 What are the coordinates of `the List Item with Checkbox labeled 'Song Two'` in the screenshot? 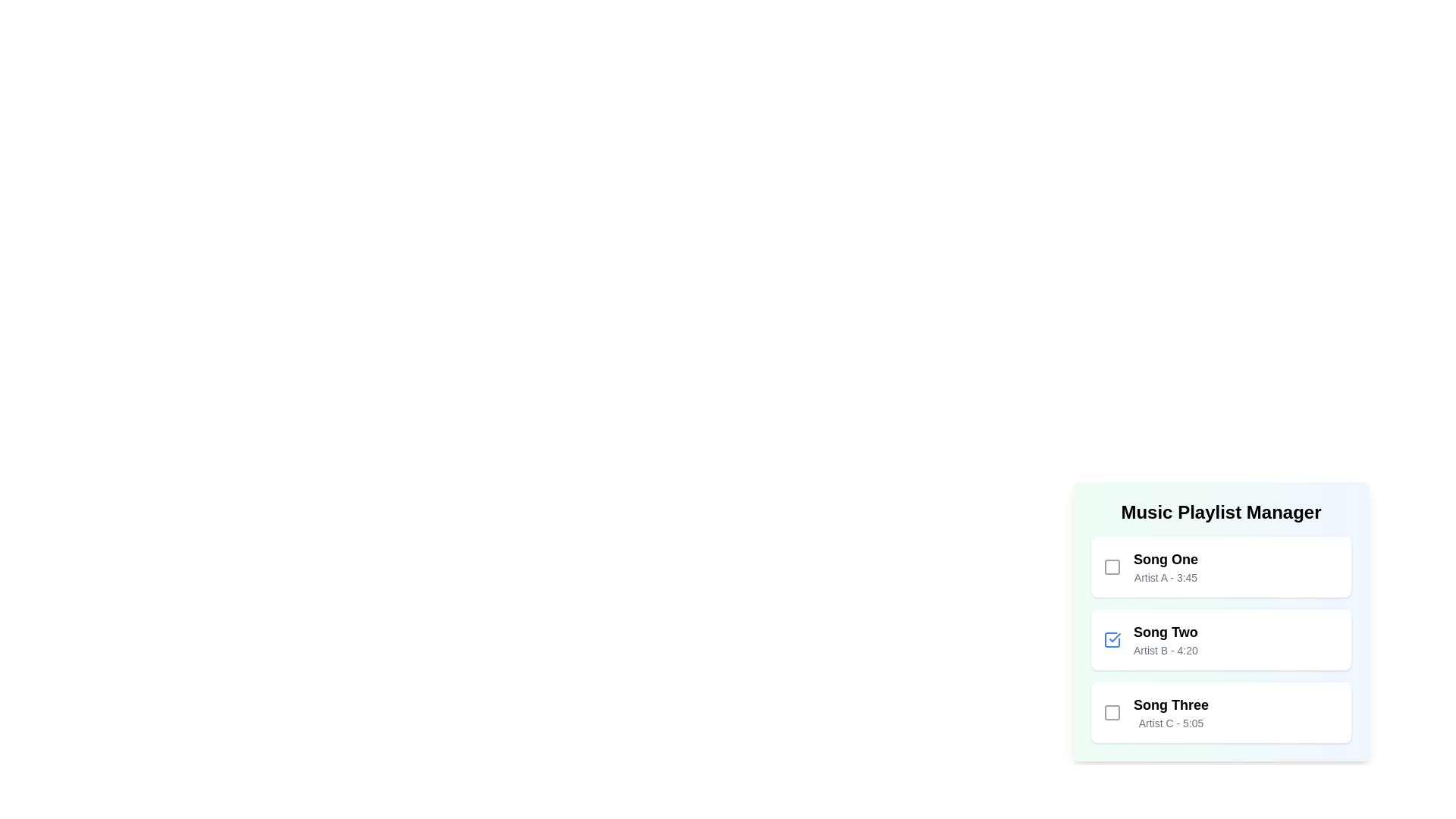 It's located at (1221, 640).